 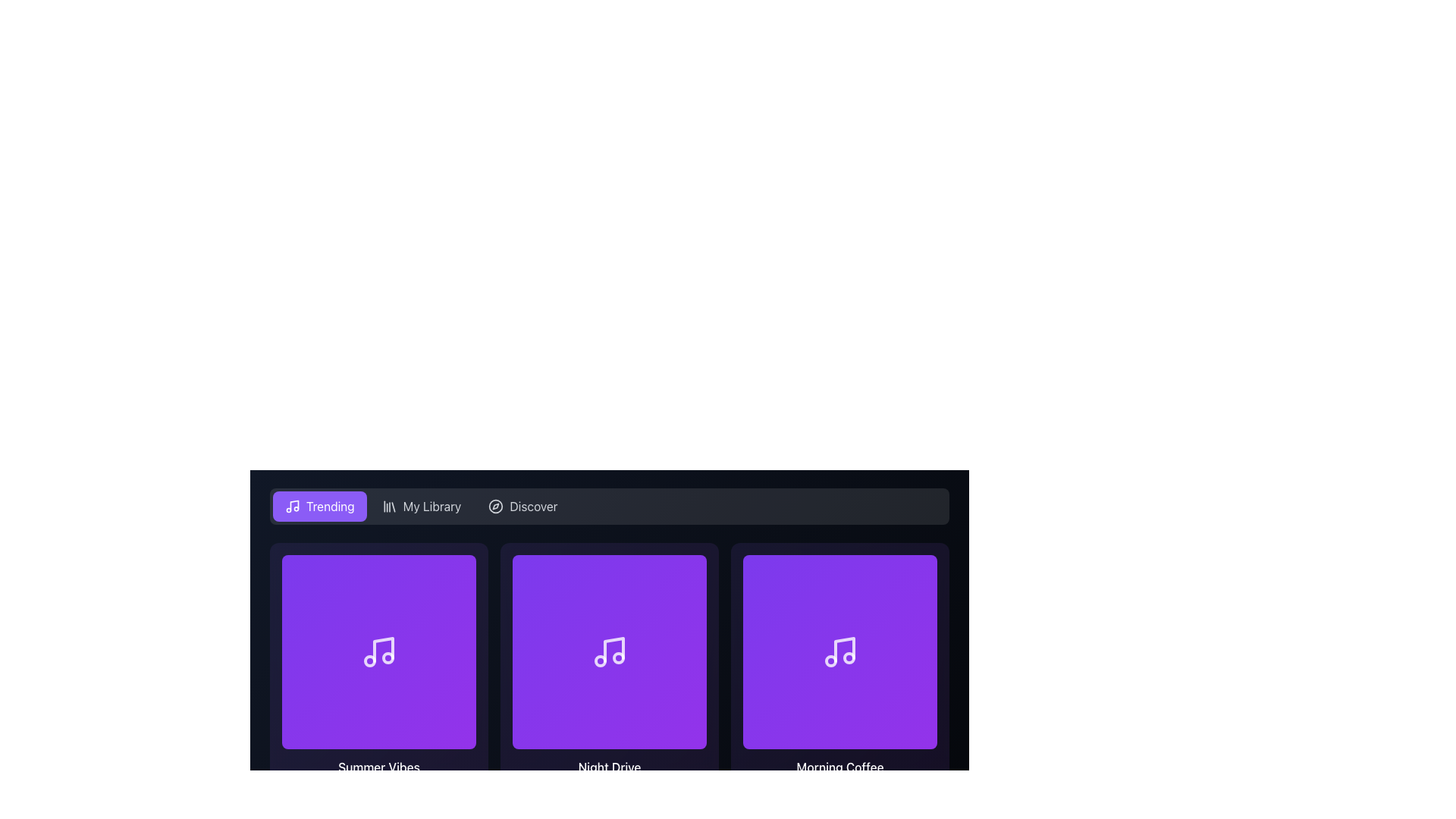 I want to click on the music icon, which is a white musical notes icon with a semi-transparent overlay against a purple background, so click(x=610, y=651).